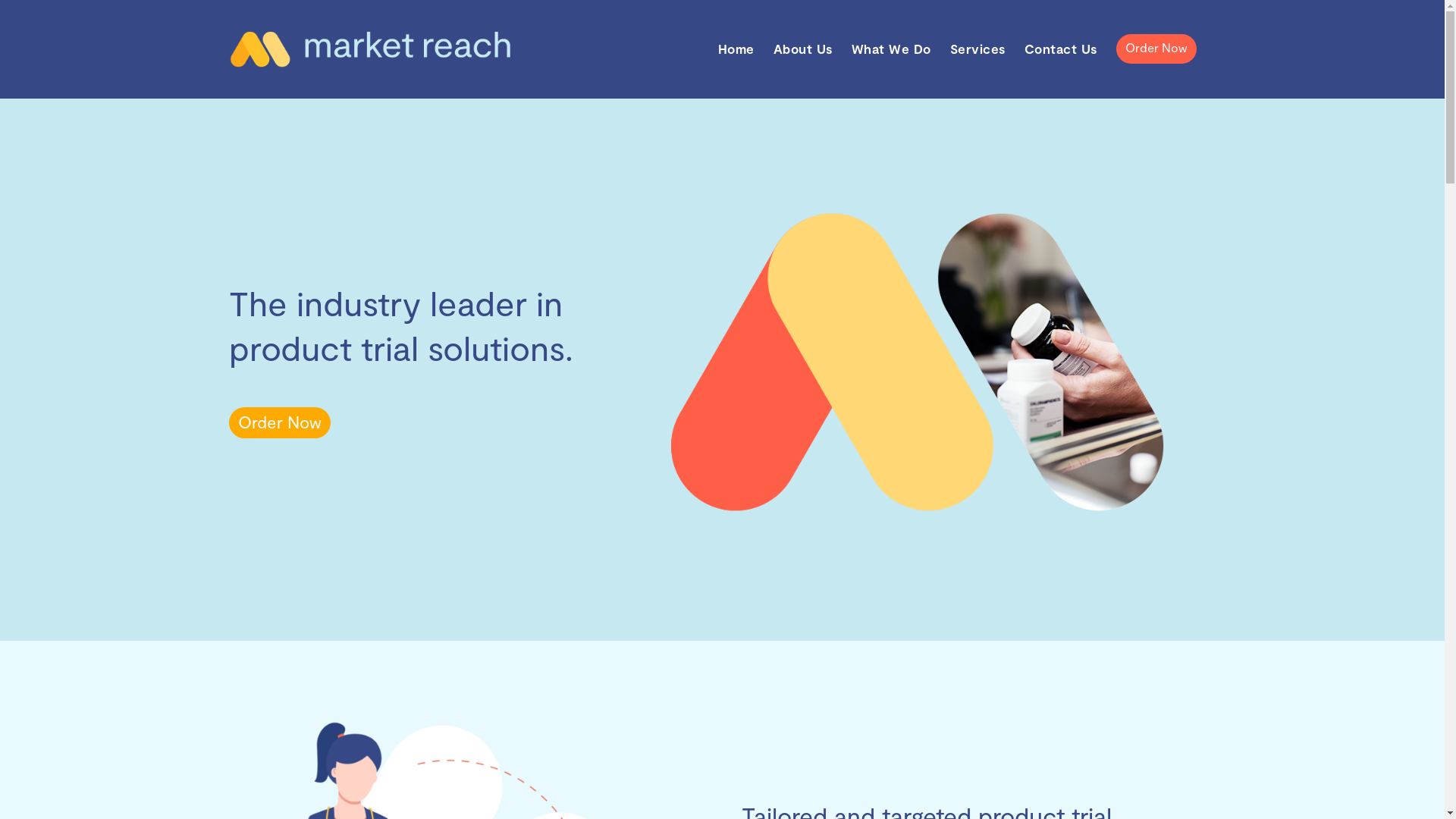  What do you see at coordinates (1156, 48) in the screenshot?
I see `'Order Now'` at bounding box center [1156, 48].